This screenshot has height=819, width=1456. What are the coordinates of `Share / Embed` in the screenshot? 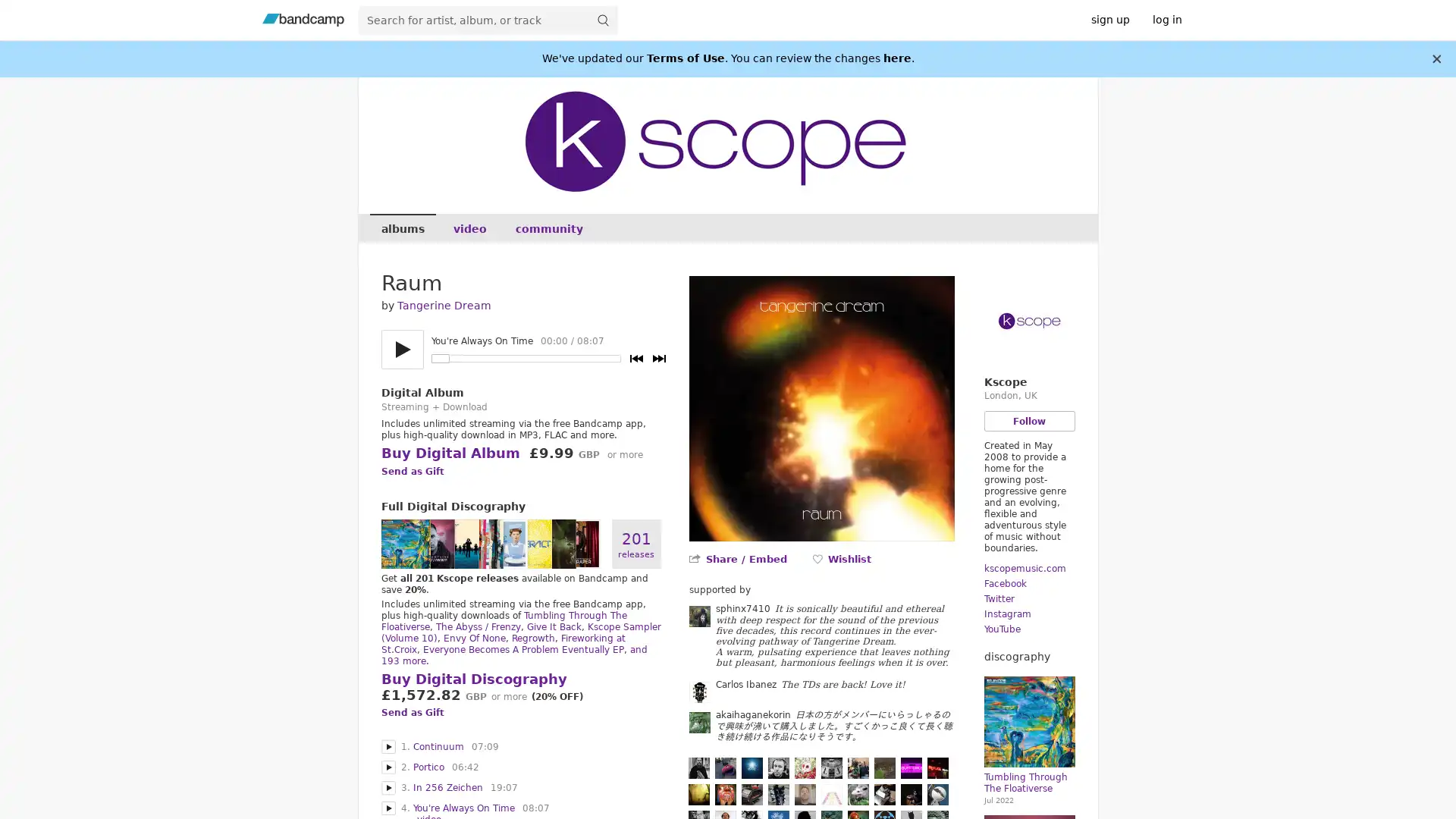 It's located at (745, 559).